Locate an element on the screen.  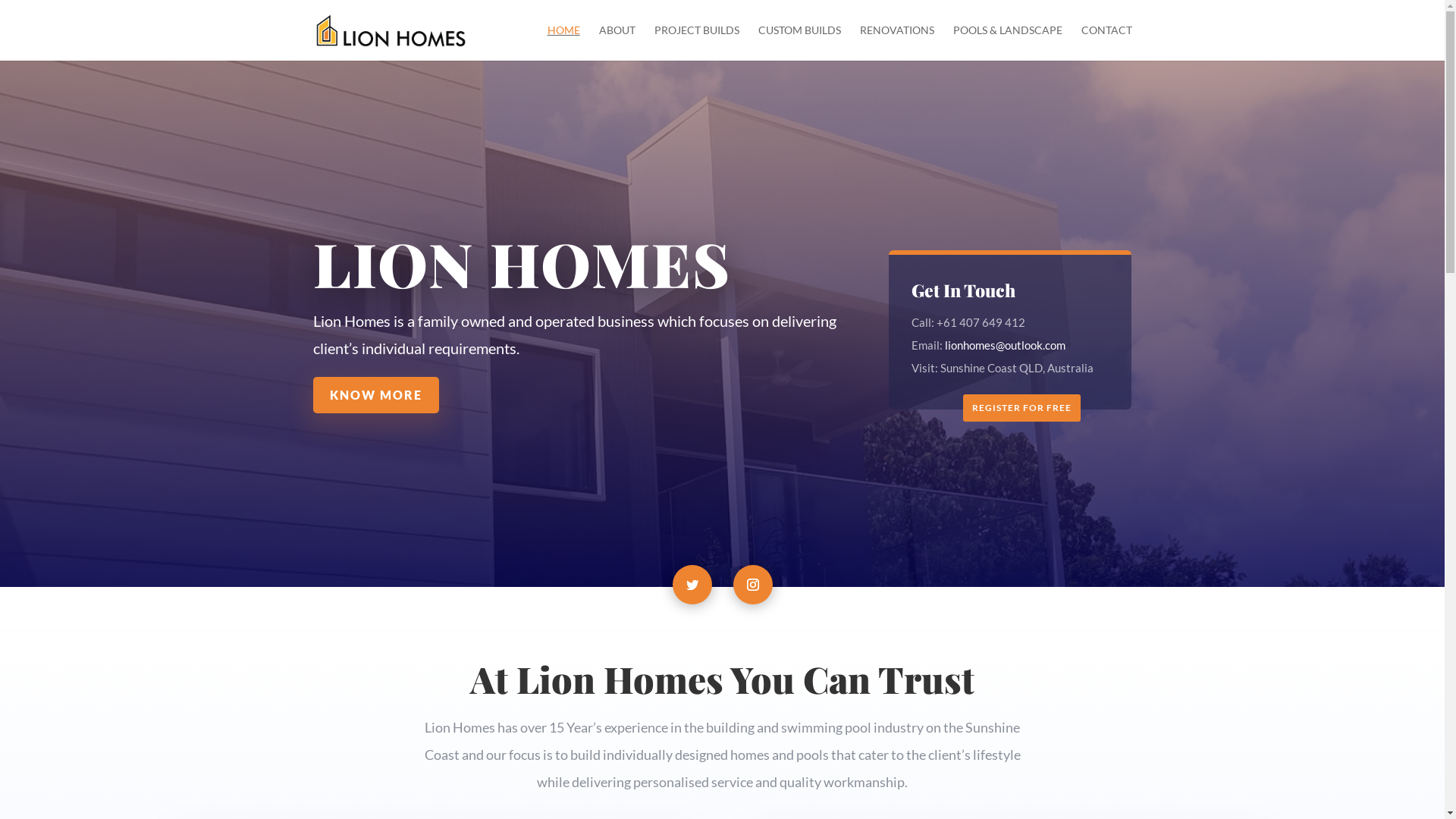
'CONTACT' is located at coordinates (1080, 42).